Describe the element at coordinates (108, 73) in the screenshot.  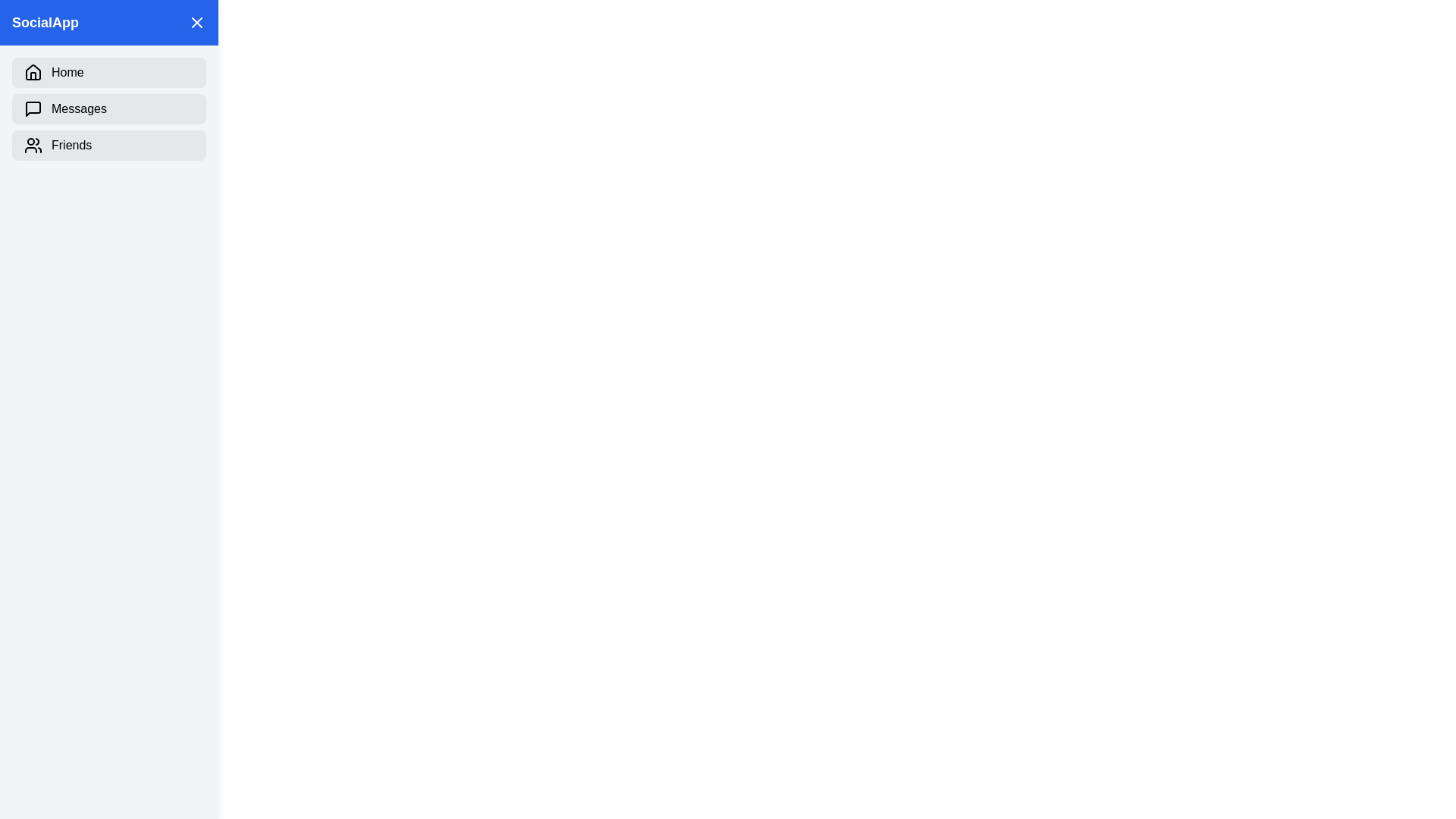
I see `the navigation item Home in the sidebar` at that location.